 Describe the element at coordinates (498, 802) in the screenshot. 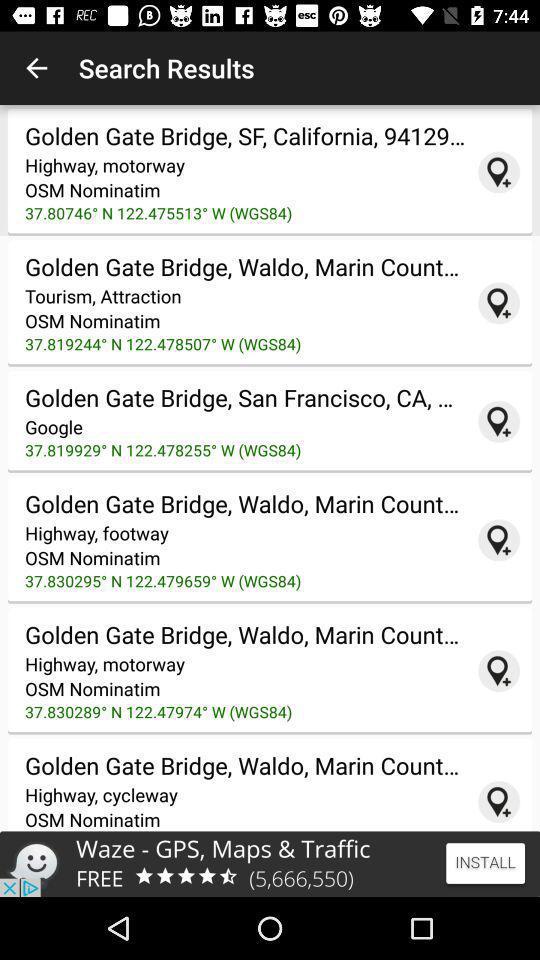

I see `choose location` at that location.